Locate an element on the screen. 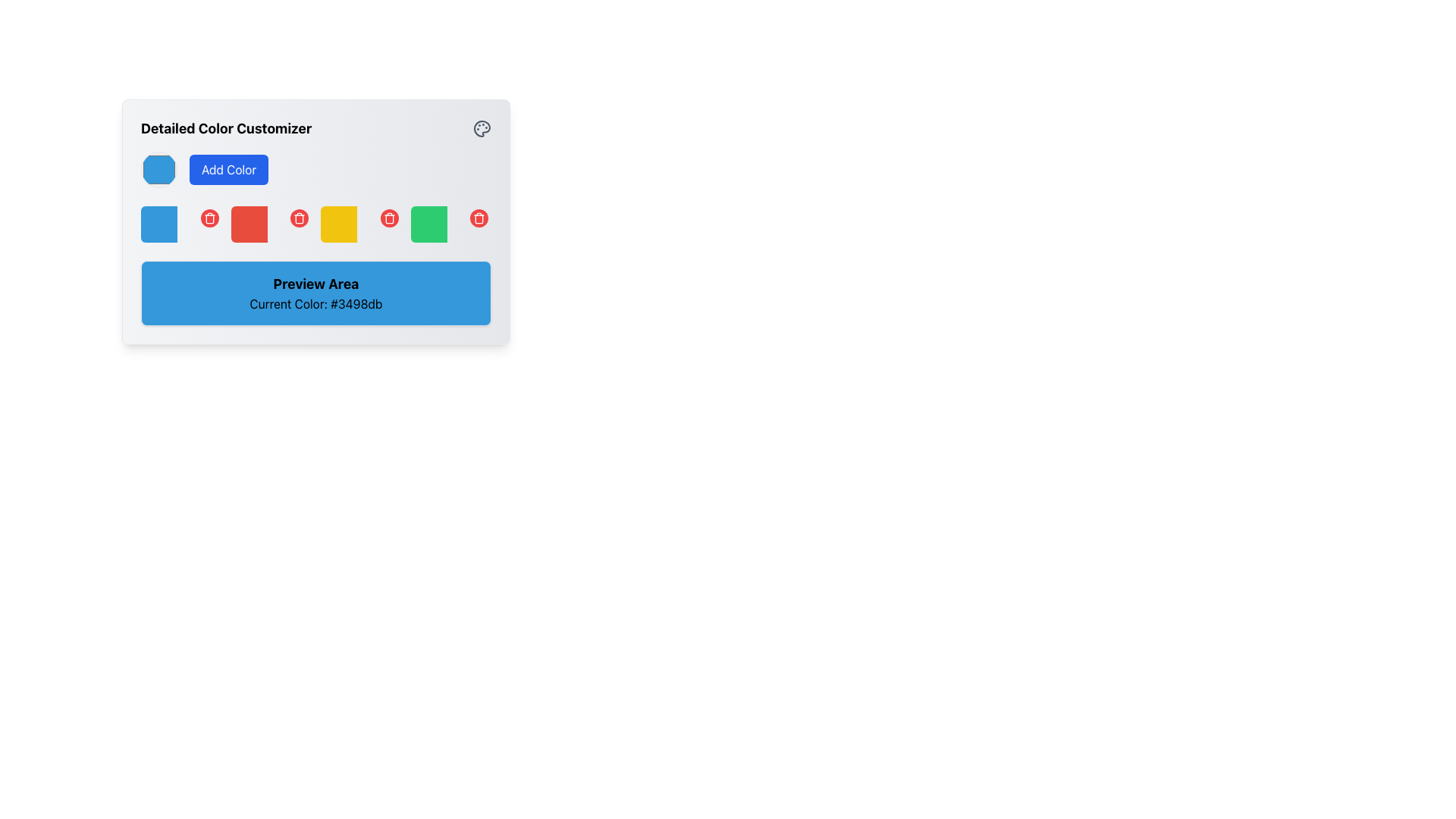 This screenshot has height=819, width=1456. the red circular delete button with a trash can icon located to the right of the green square color box is located at coordinates (479, 218).